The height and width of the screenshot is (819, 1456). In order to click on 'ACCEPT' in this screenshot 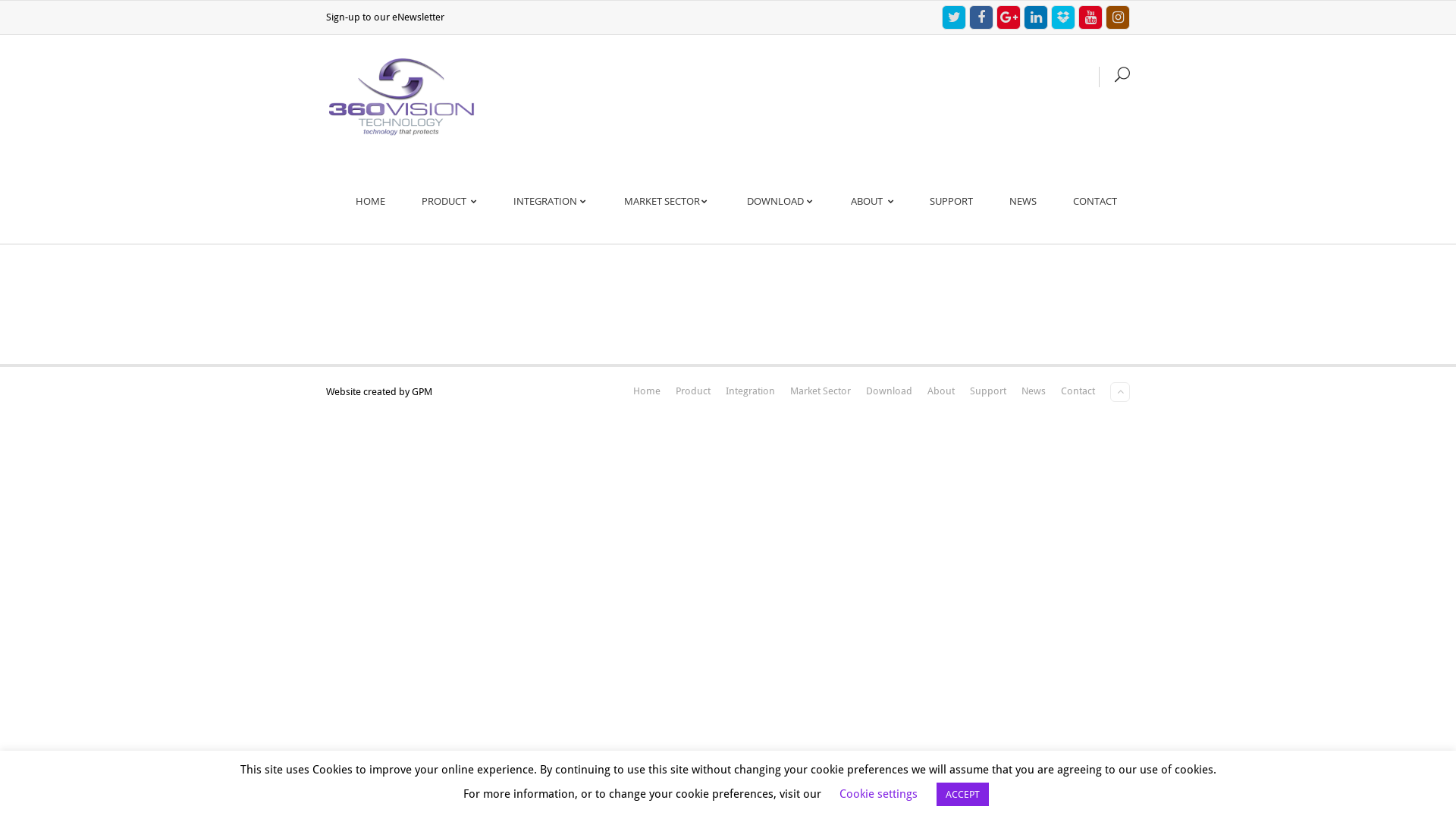, I will do `click(962, 793)`.